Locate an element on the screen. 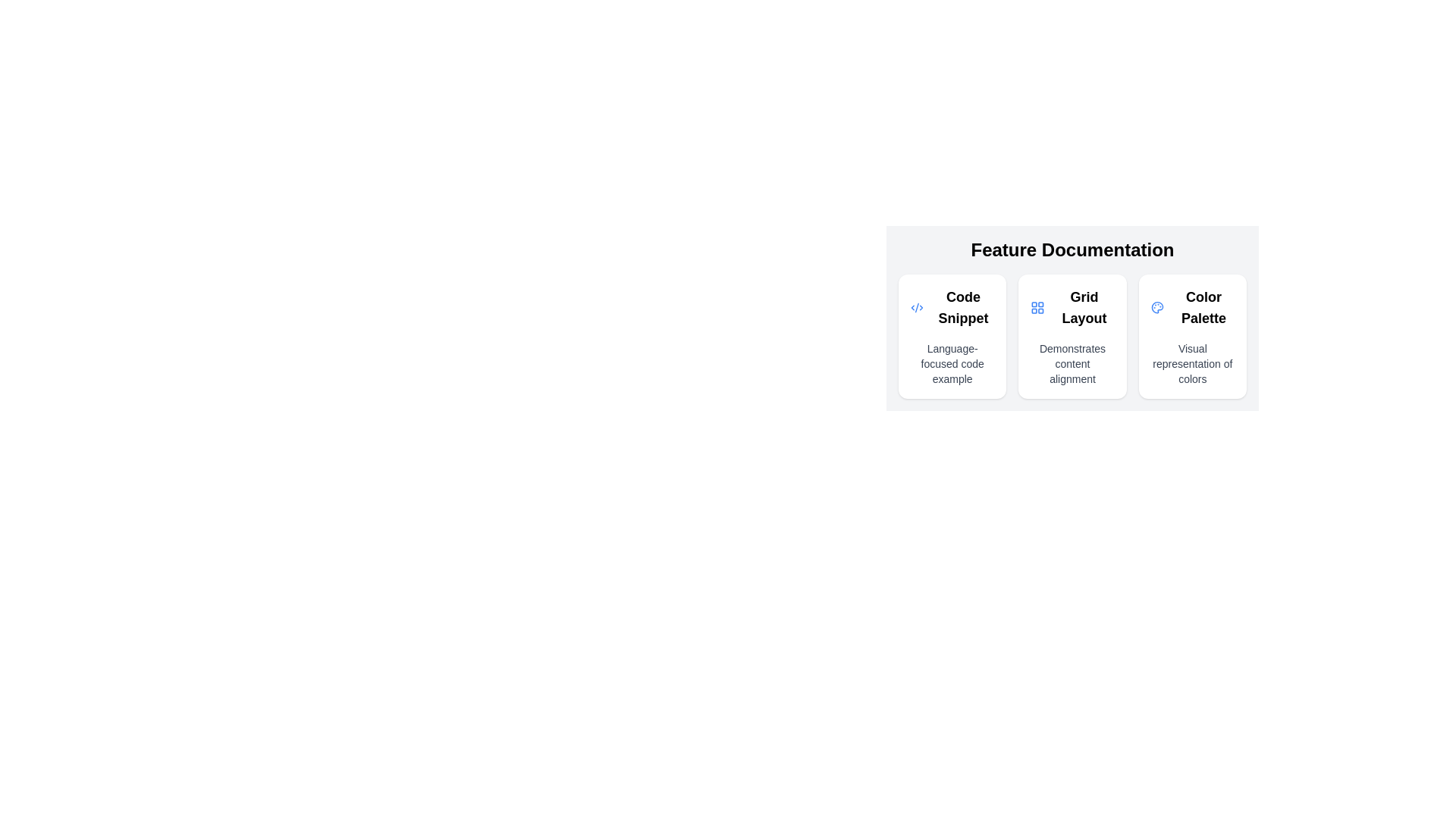 This screenshot has width=1456, height=819. the 'Grid Layout' text element, which is displayed in a bold, larger font and is the second option under 'Feature Documentation' is located at coordinates (1072, 307).